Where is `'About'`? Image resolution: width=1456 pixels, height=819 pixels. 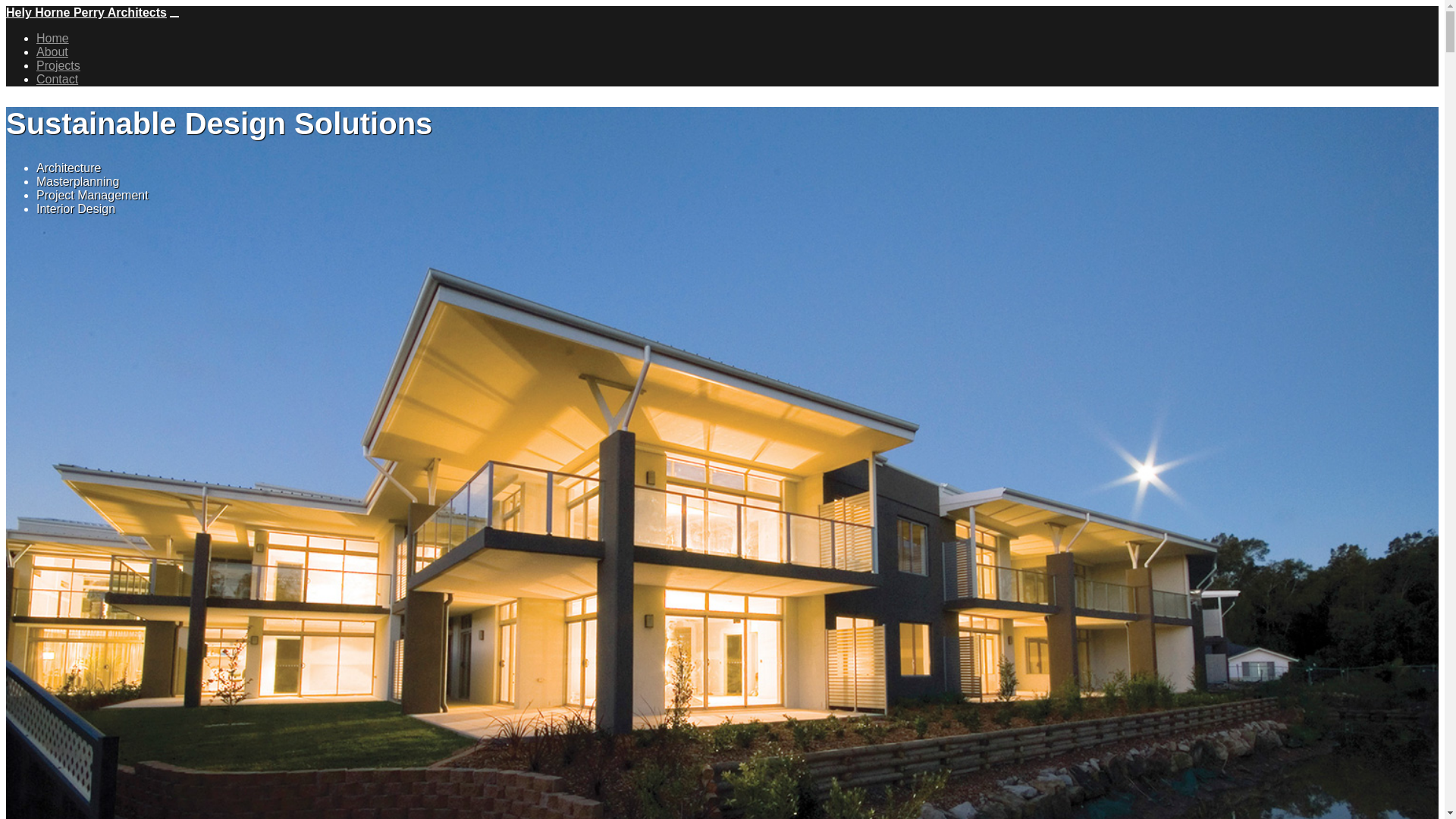 'About' is located at coordinates (52, 51).